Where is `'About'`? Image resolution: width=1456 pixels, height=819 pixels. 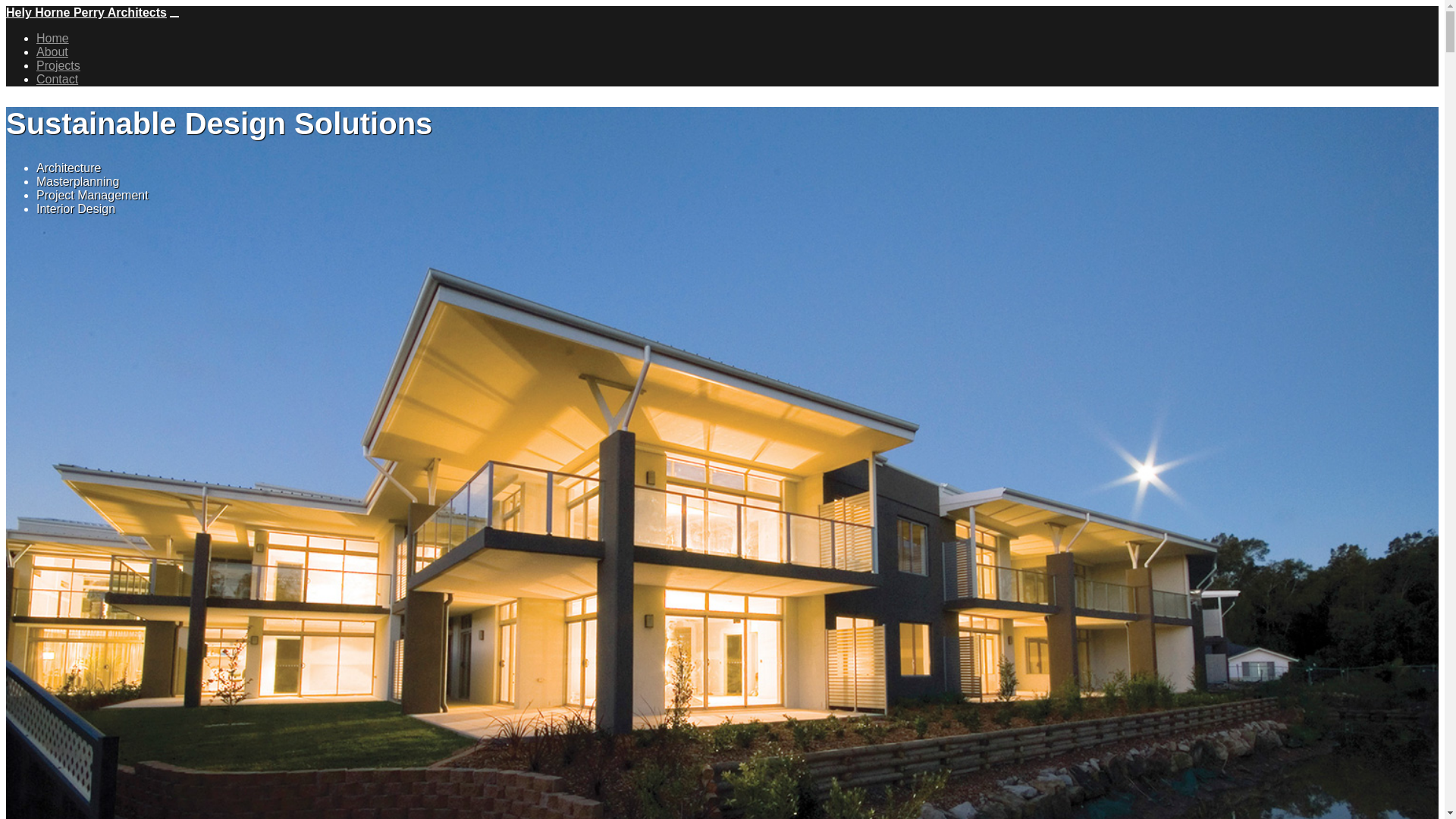 'About' is located at coordinates (52, 51).